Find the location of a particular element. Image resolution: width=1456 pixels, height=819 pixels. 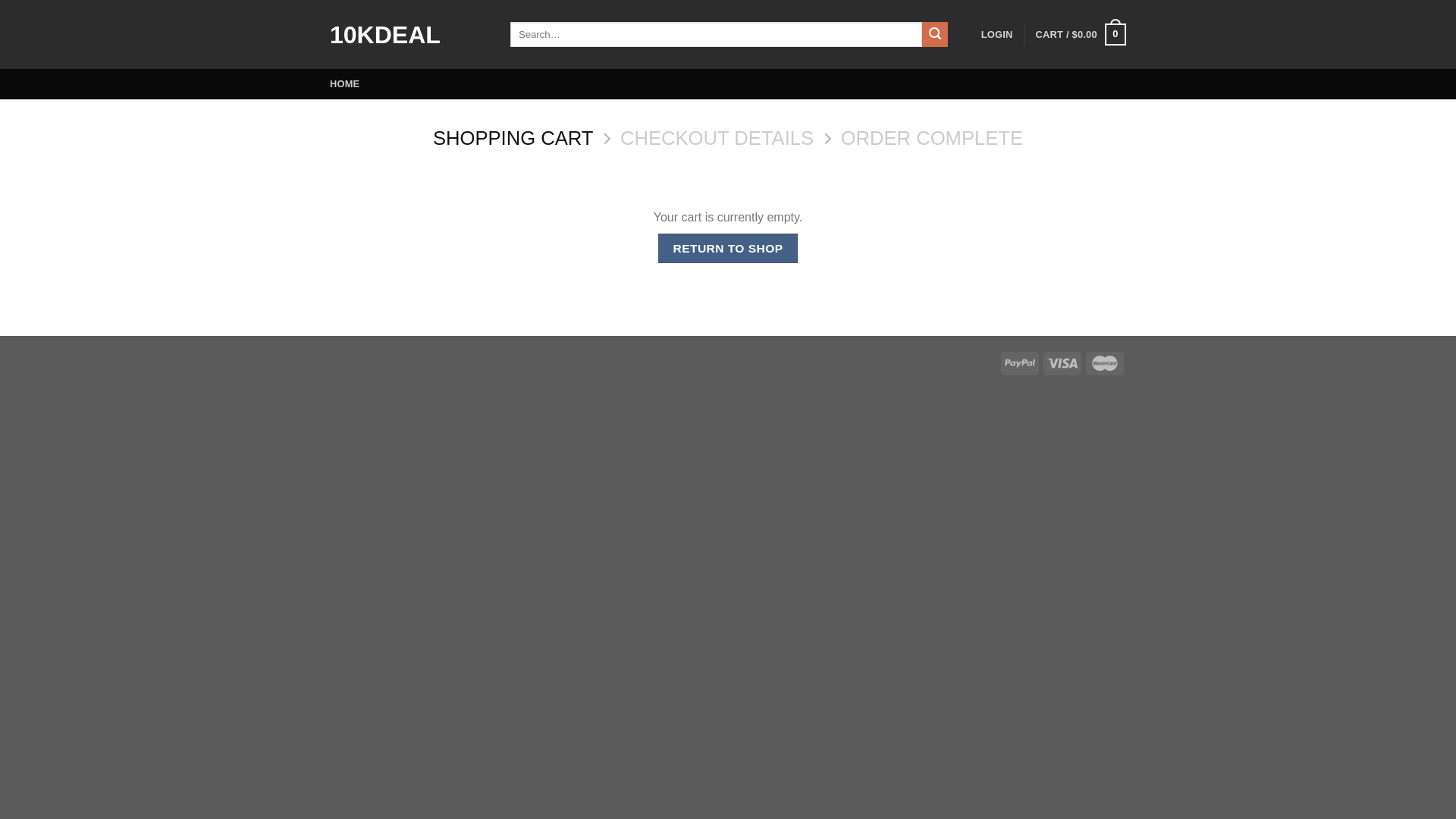

'CART / $0.00 is located at coordinates (1080, 34).